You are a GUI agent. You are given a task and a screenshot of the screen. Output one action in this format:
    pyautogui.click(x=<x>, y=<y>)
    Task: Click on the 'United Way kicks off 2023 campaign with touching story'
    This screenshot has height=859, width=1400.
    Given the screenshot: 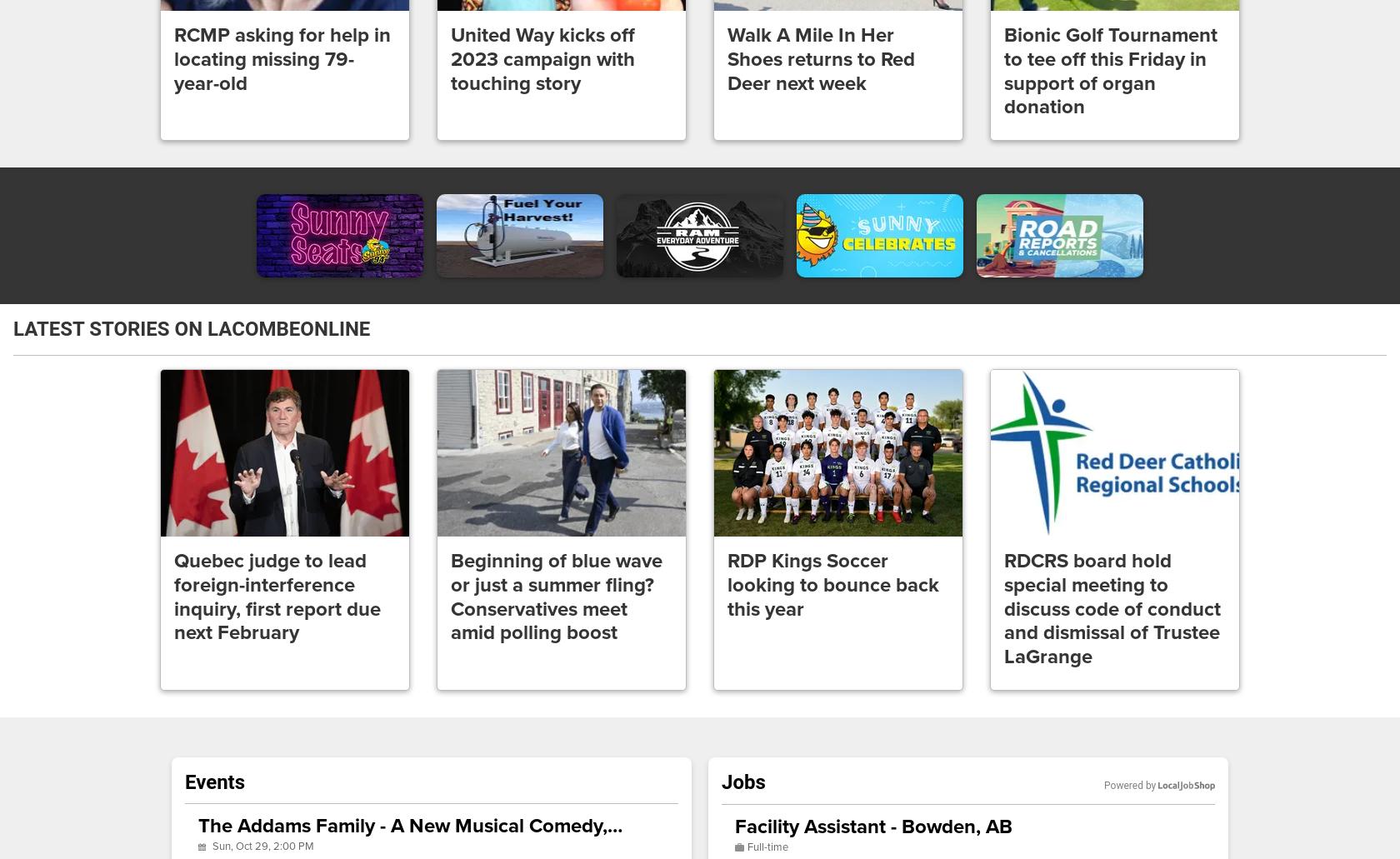 What is the action you would take?
    pyautogui.click(x=450, y=59)
    